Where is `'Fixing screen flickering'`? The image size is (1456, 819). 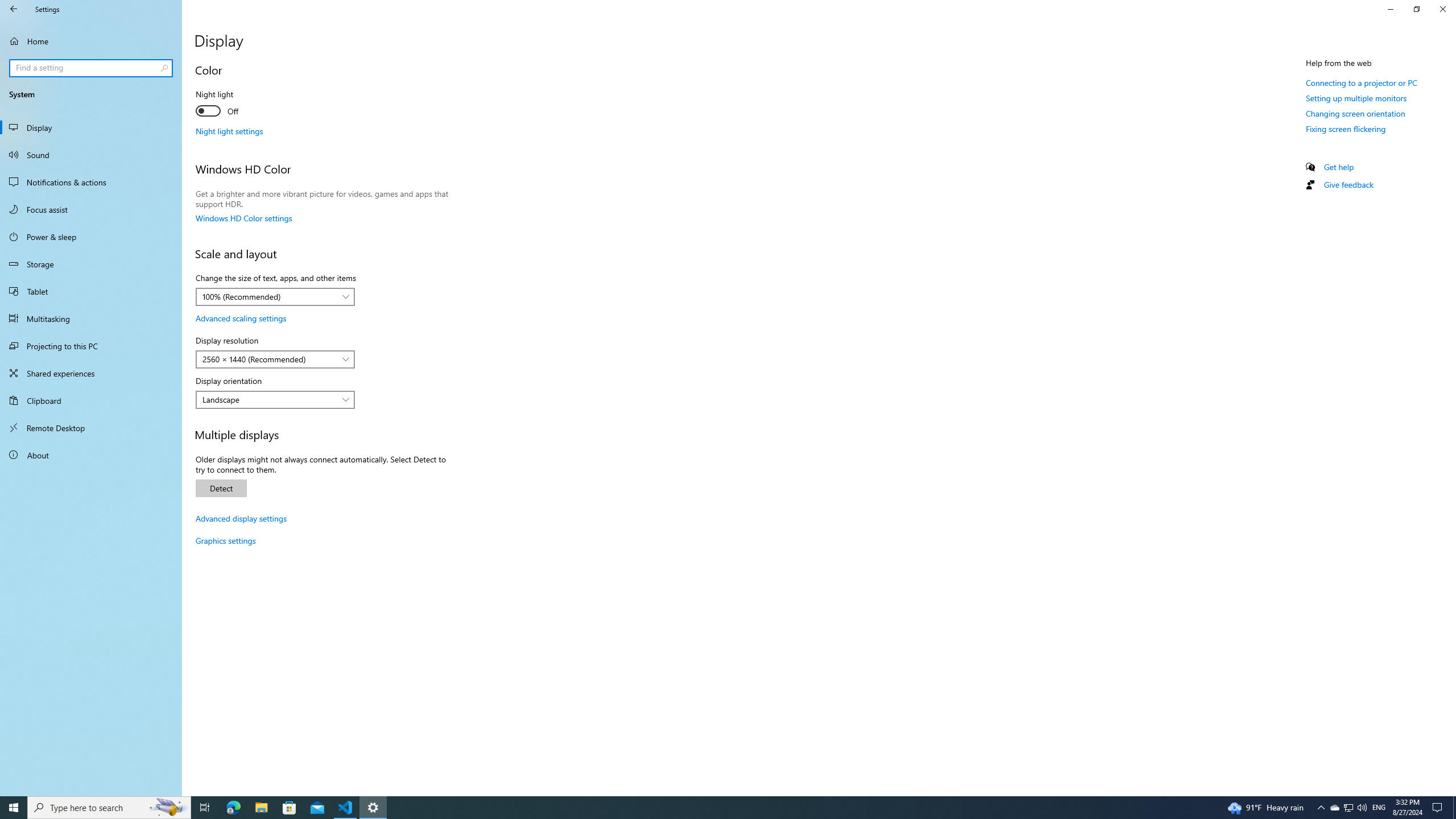
'Fixing screen flickering' is located at coordinates (1345, 128).